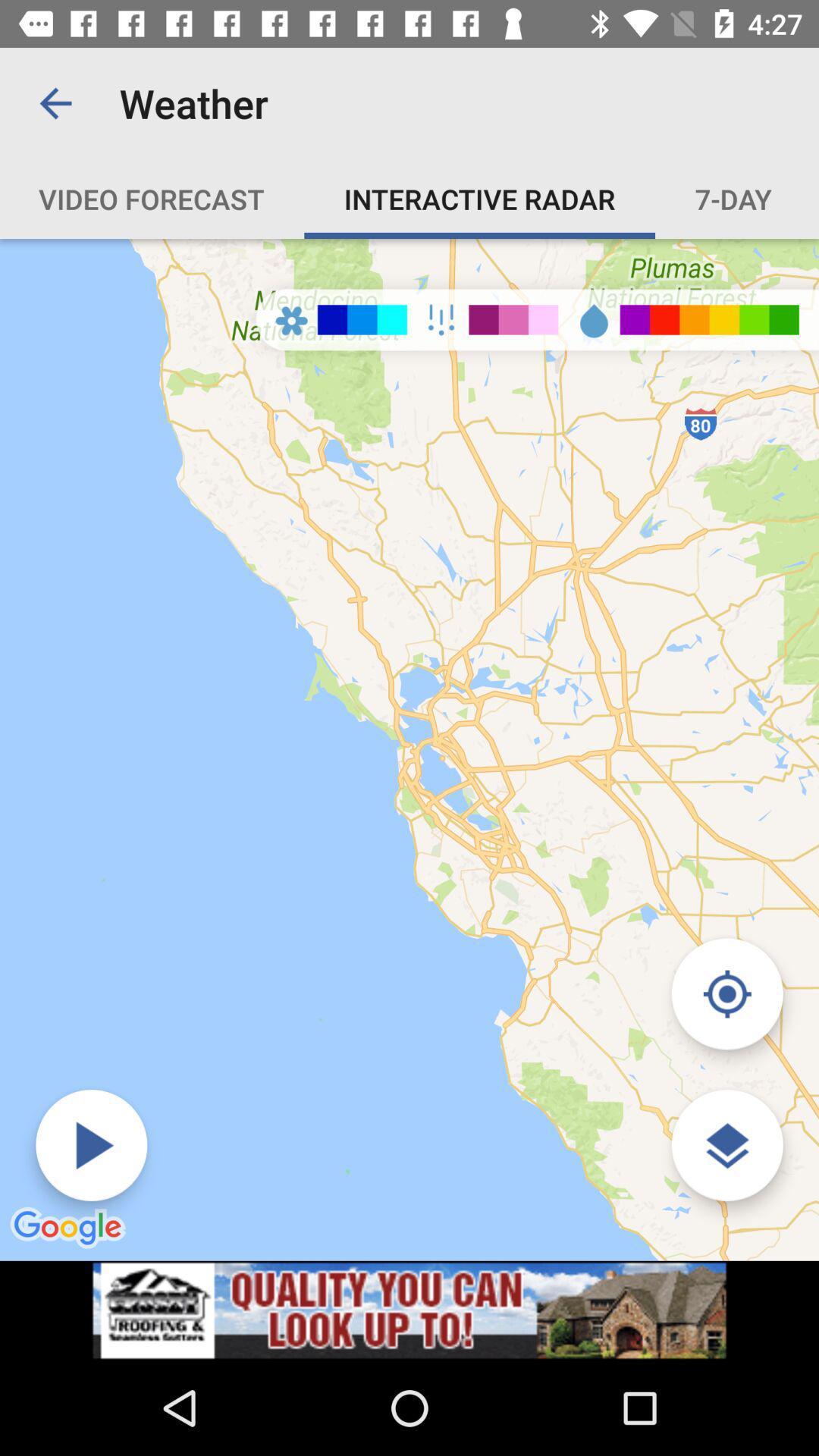  What do you see at coordinates (726, 993) in the screenshot?
I see `the location_crosshair icon` at bounding box center [726, 993].